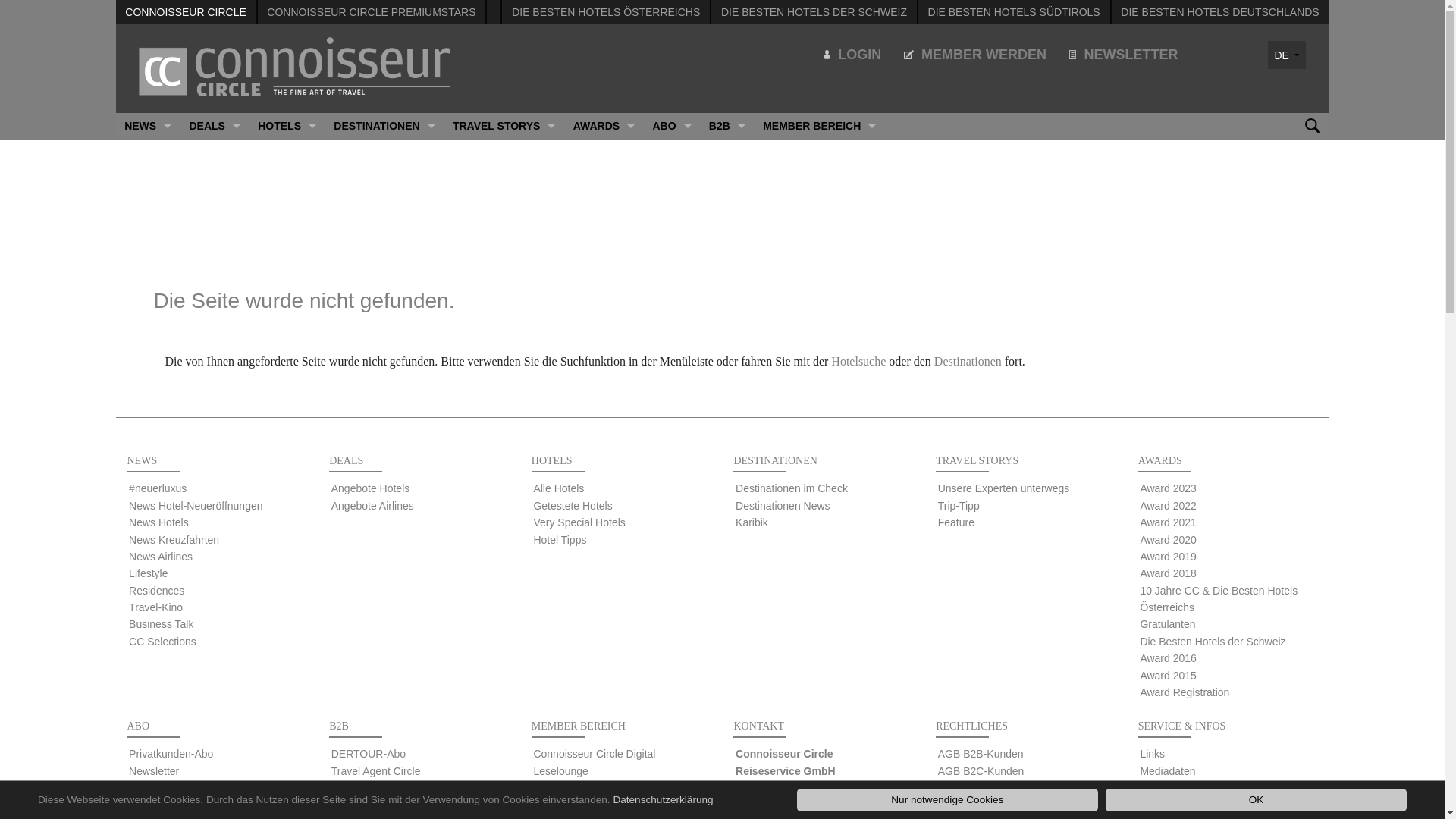 The image size is (1456, 819). I want to click on 'Award Registration', so click(1183, 692).